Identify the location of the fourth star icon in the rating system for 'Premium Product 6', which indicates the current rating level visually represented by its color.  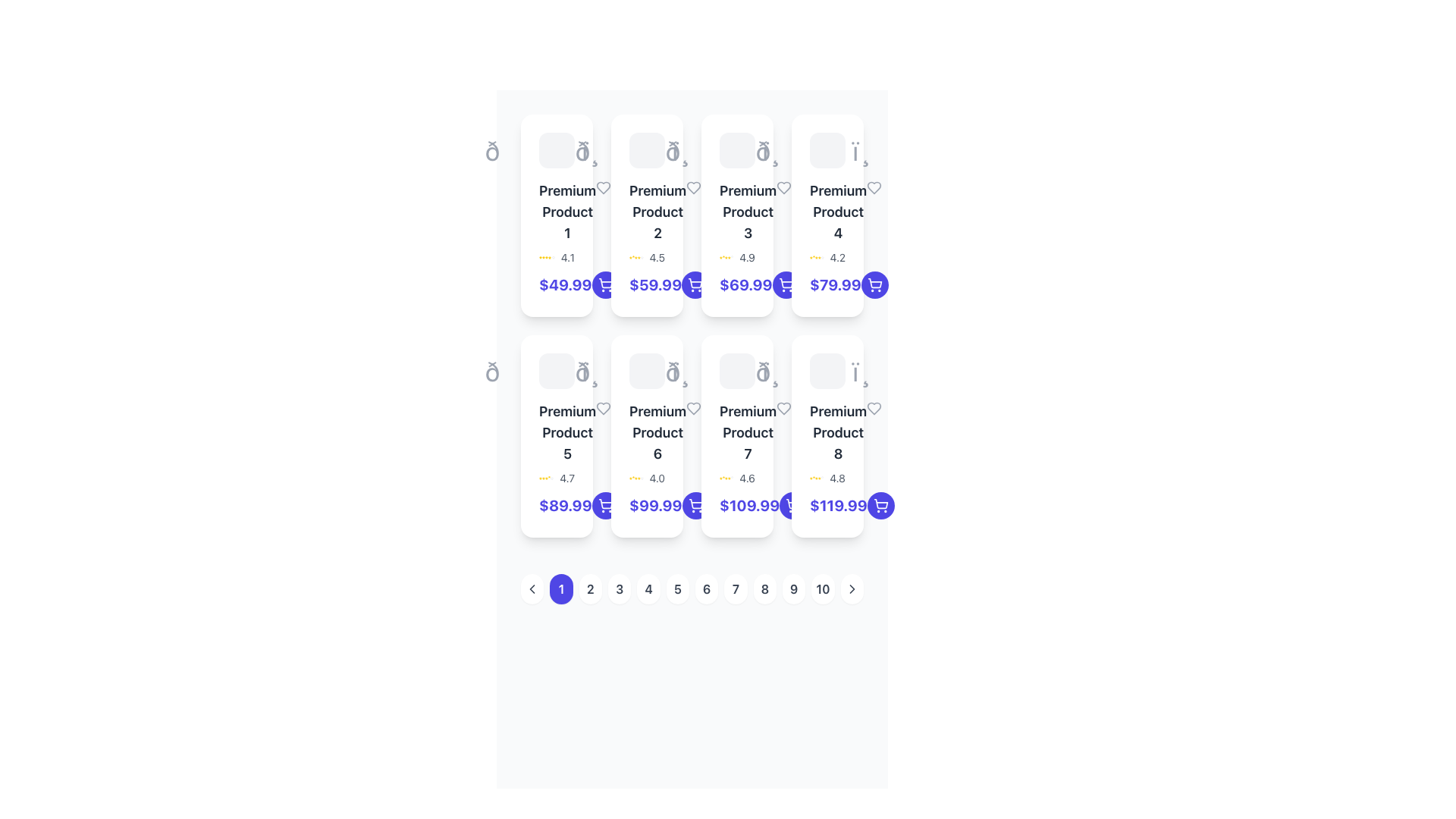
(639, 479).